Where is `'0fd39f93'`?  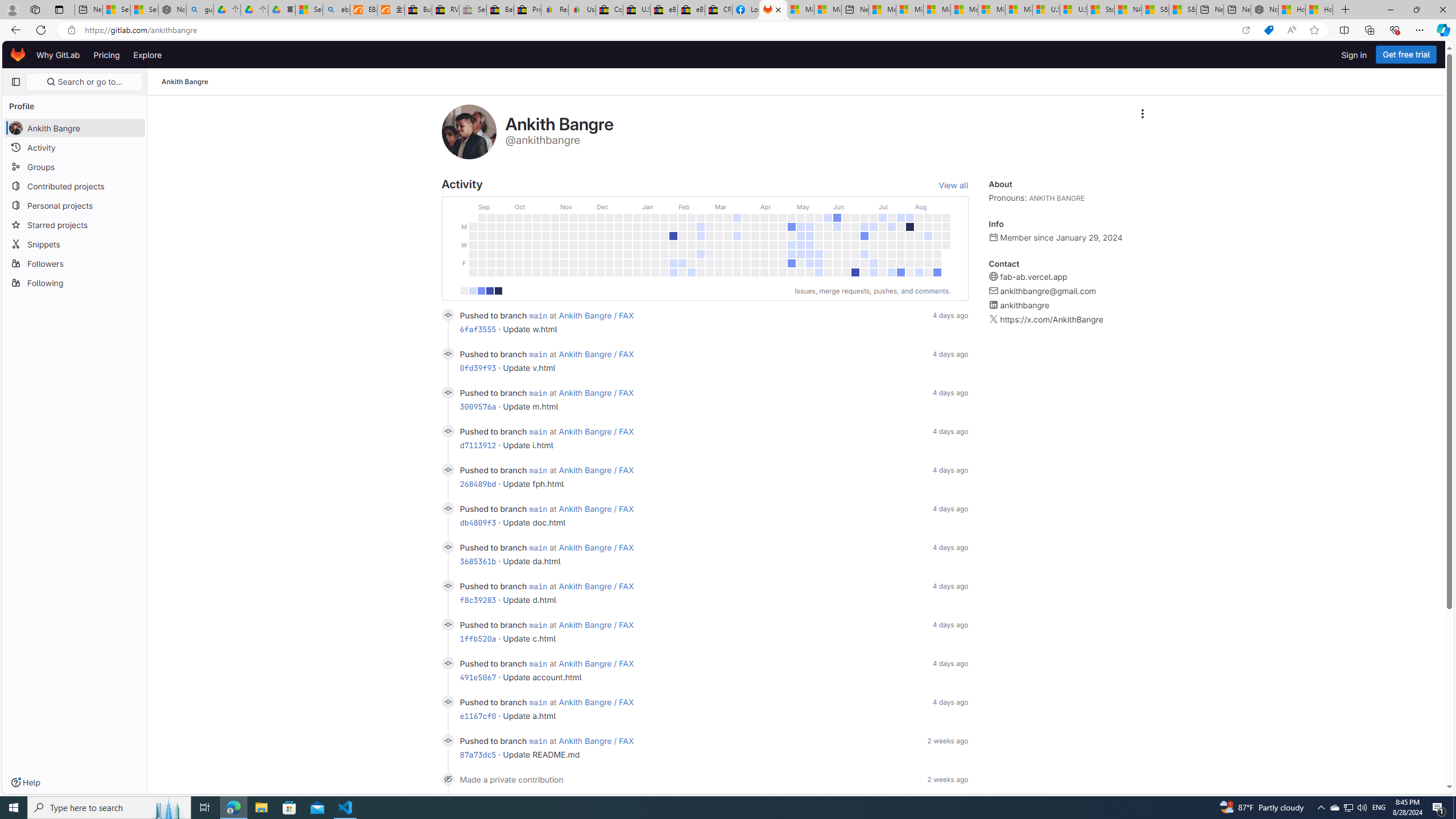
'0fd39f93' is located at coordinates (477, 368).